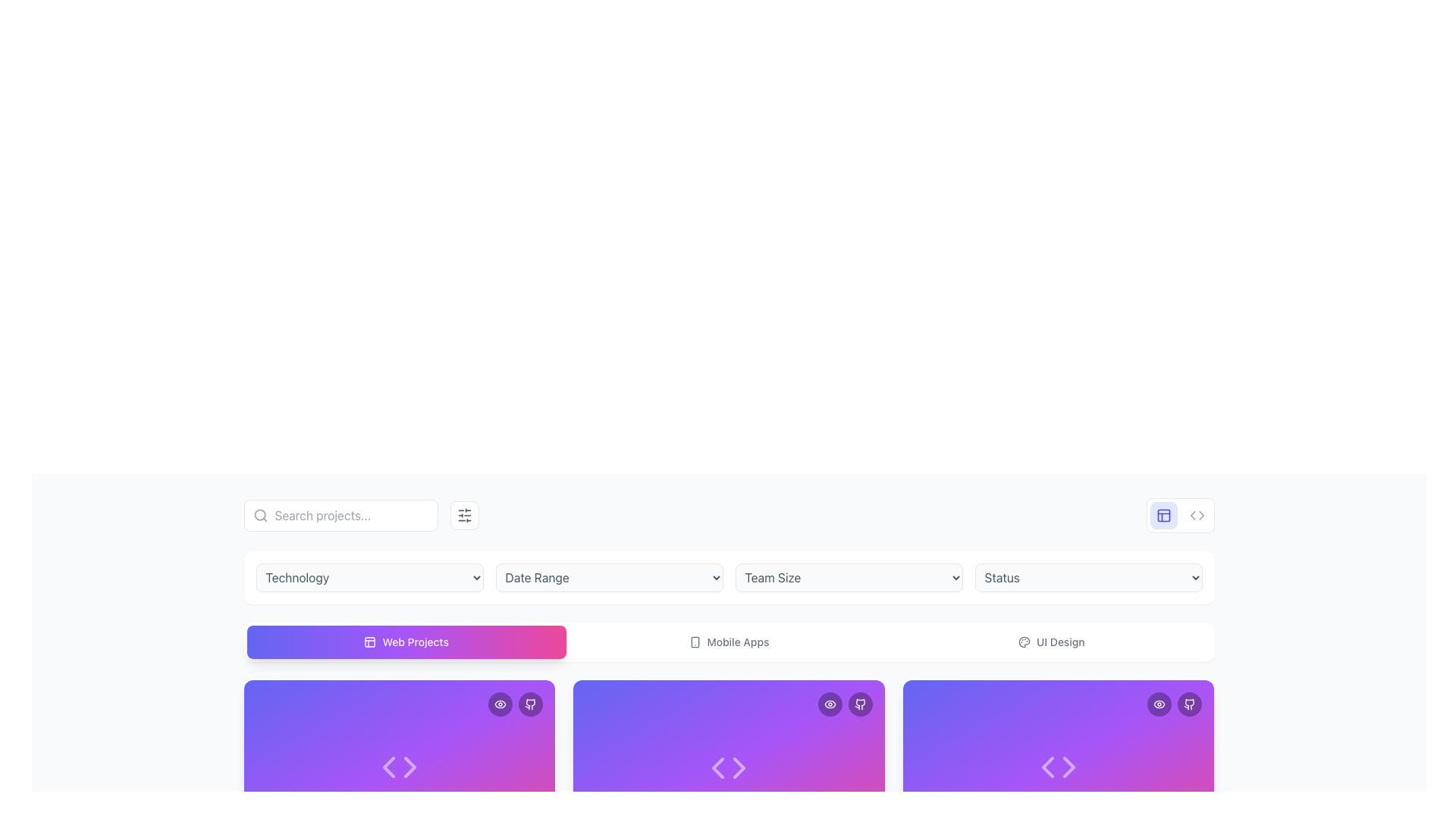  What do you see at coordinates (829, 704) in the screenshot?
I see `the eye-shaped icon (view/preview) located at the top-right corner of the card interface to possibly reveal additional information` at bounding box center [829, 704].